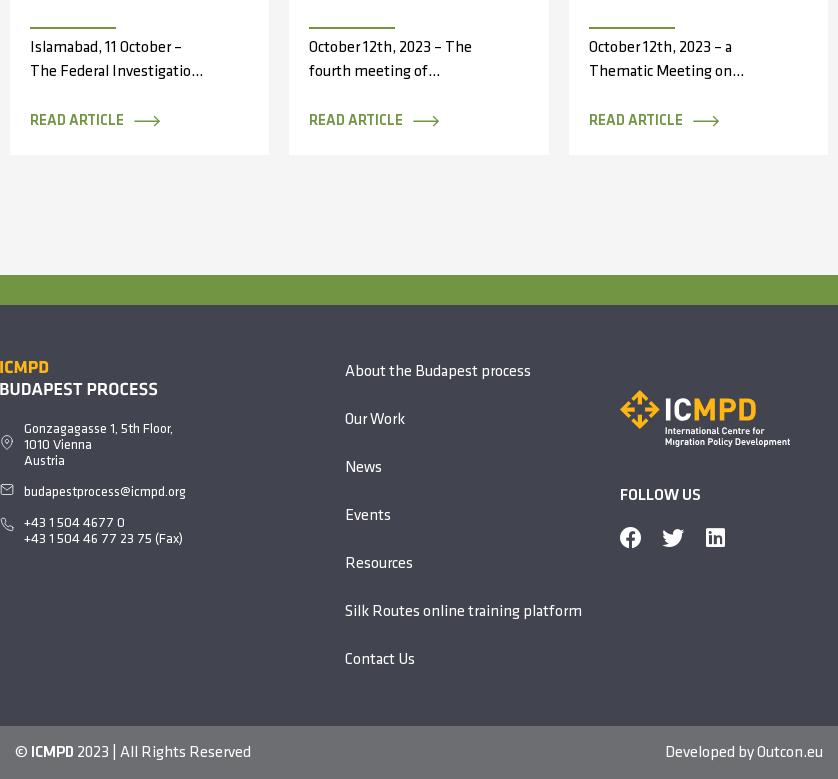 Image resolution: width=838 pixels, height=779 pixels. What do you see at coordinates (438, 371) in the screenshot?
I see `'About the Budapest process'` at bounding box center [438, 371].